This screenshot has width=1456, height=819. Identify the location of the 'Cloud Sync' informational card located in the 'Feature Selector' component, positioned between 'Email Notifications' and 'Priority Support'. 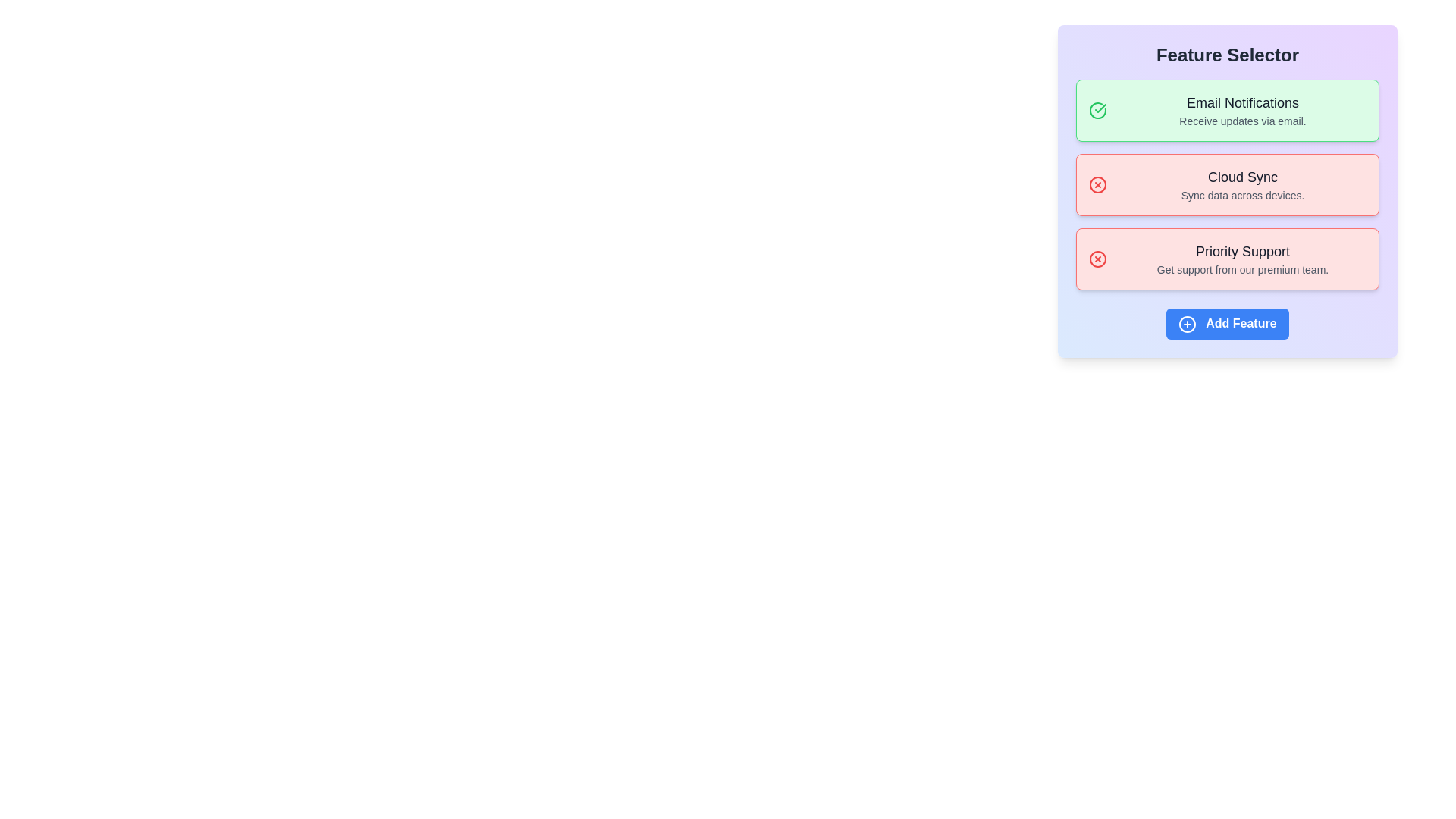
(1227, 184).